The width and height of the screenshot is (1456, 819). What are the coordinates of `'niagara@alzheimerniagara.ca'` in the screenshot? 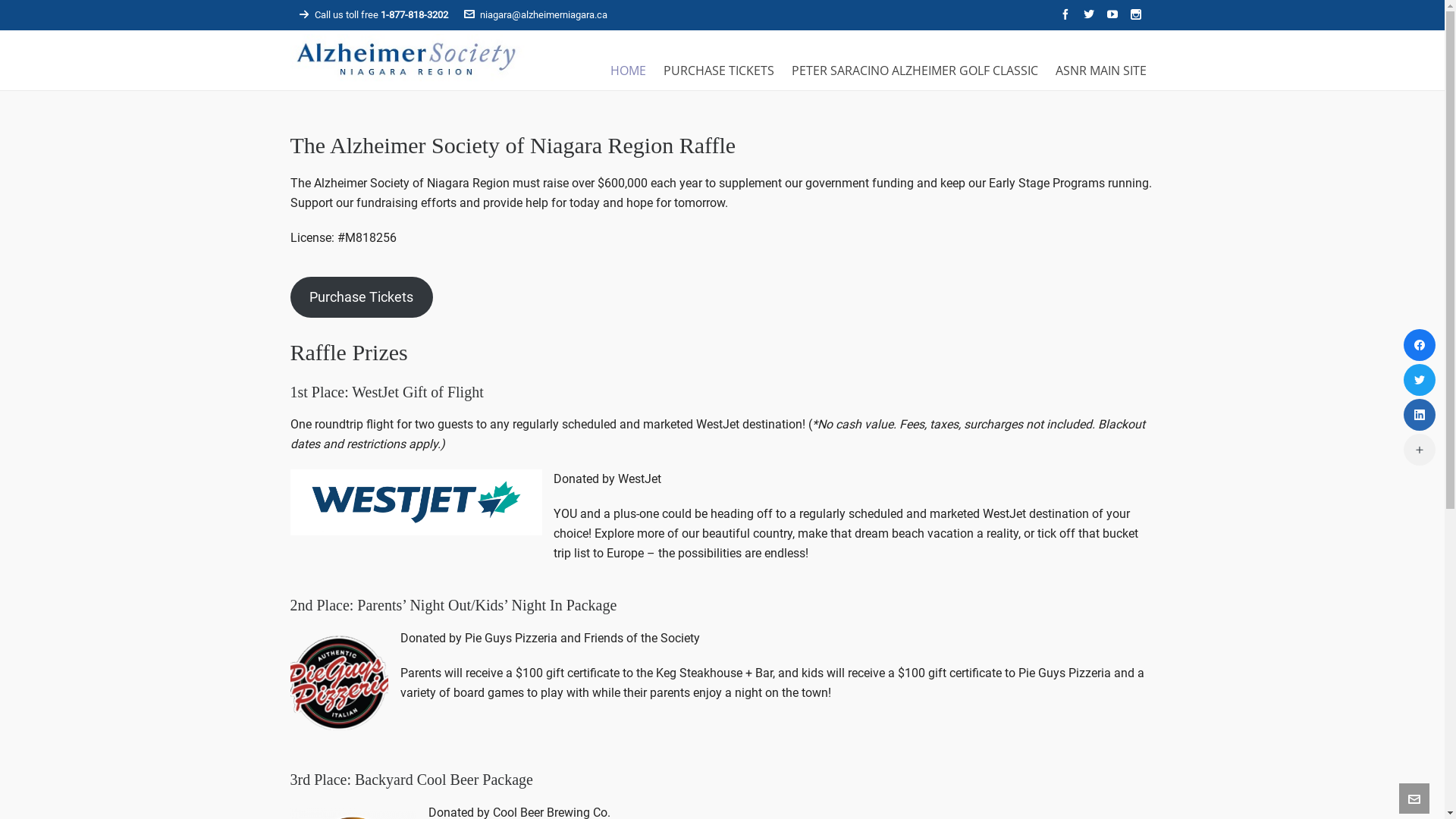 It's located at (535, 14).